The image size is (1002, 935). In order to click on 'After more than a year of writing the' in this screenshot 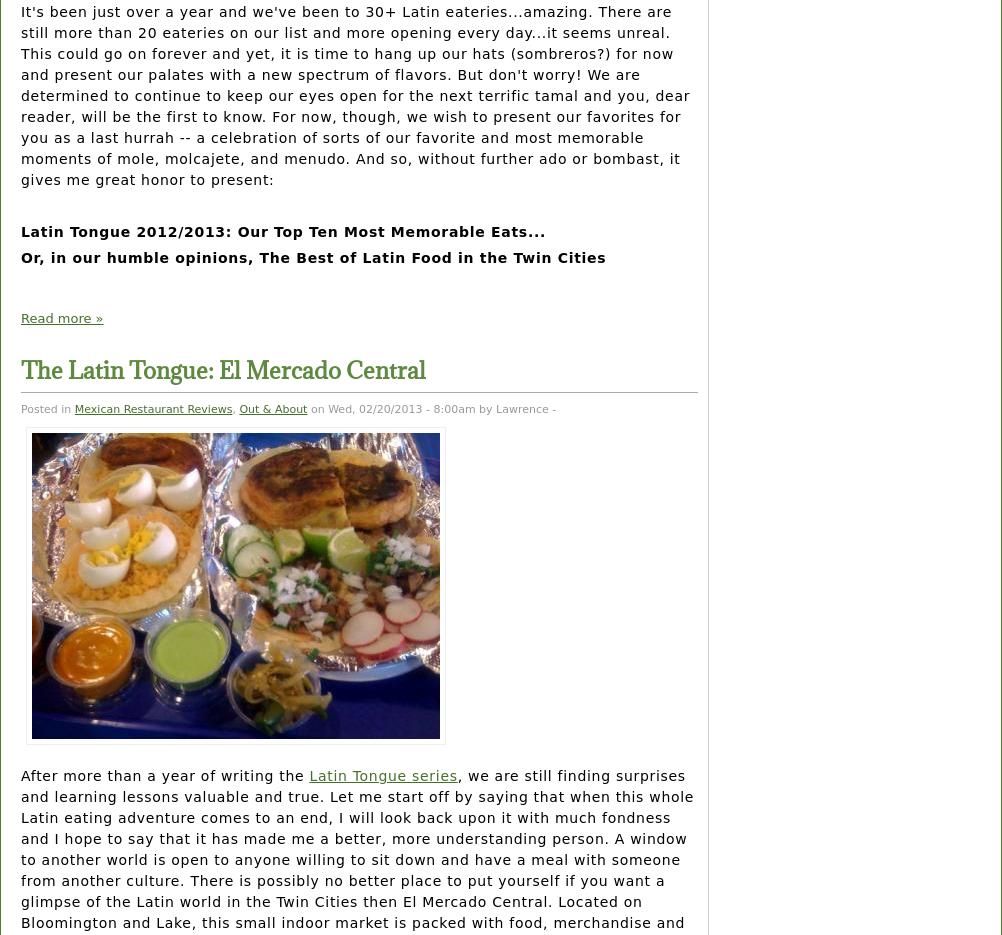, I will do `click(164, 774)`.